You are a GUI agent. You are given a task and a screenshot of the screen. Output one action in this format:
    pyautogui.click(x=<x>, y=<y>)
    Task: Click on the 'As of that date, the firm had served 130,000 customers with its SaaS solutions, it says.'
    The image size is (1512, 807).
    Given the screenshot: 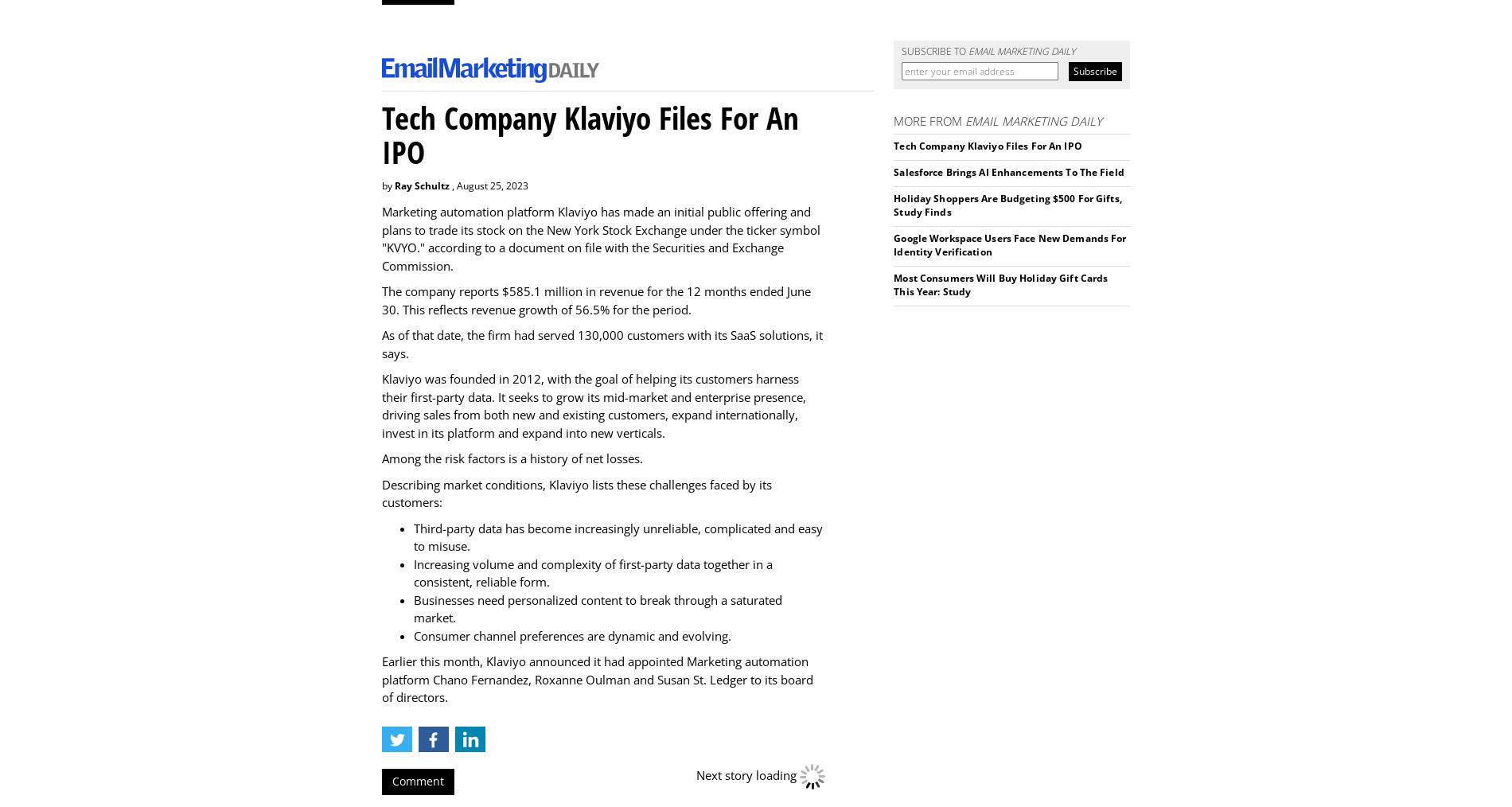 What is the action you would take?
    pyautogui.click(x=601, y=343)
    